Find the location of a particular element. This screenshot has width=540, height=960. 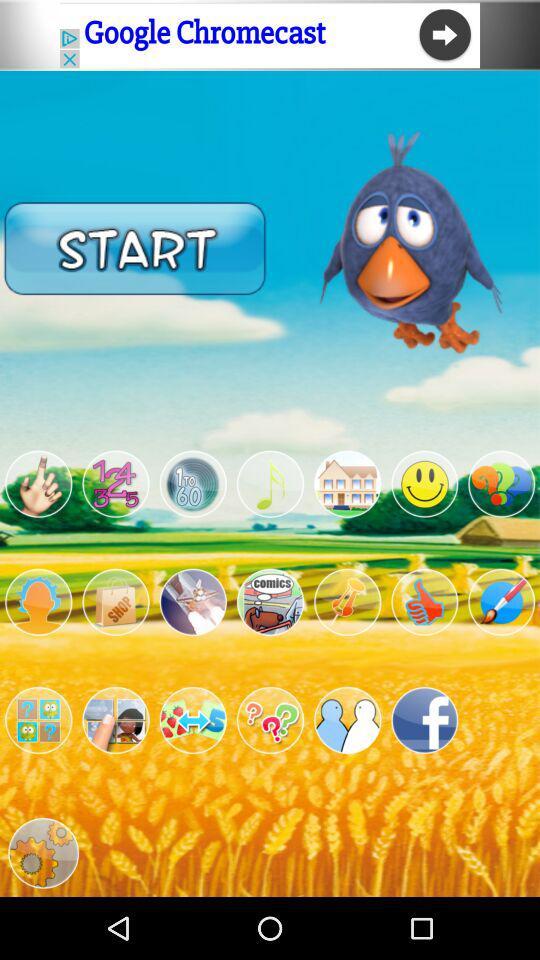

game mode is located at coordinates (346, 483).